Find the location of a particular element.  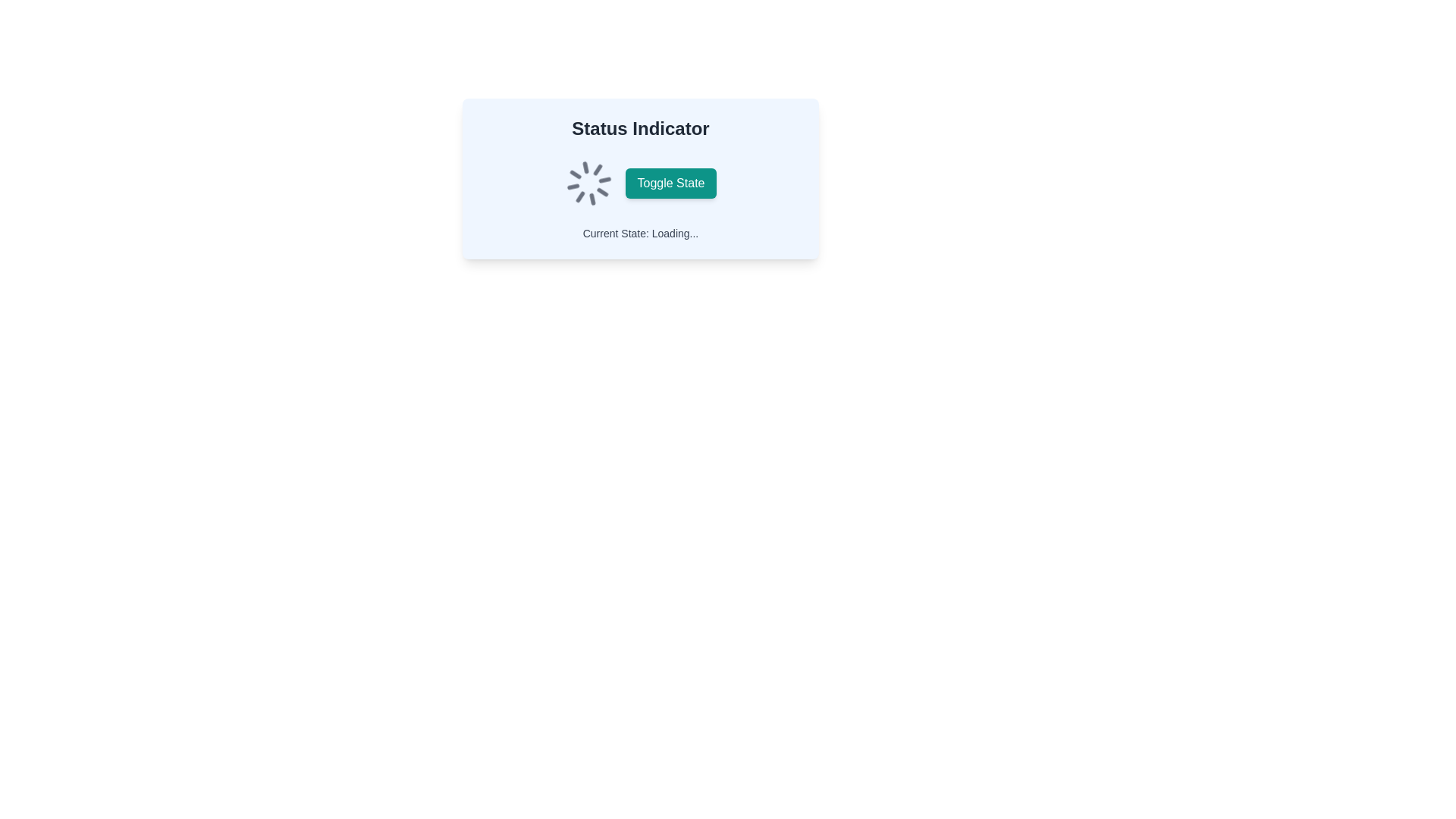

the eighth segment of the spinner icon, which is part of the loading representation within the 'Status Indicator' box is located at coordinates (602, 190).